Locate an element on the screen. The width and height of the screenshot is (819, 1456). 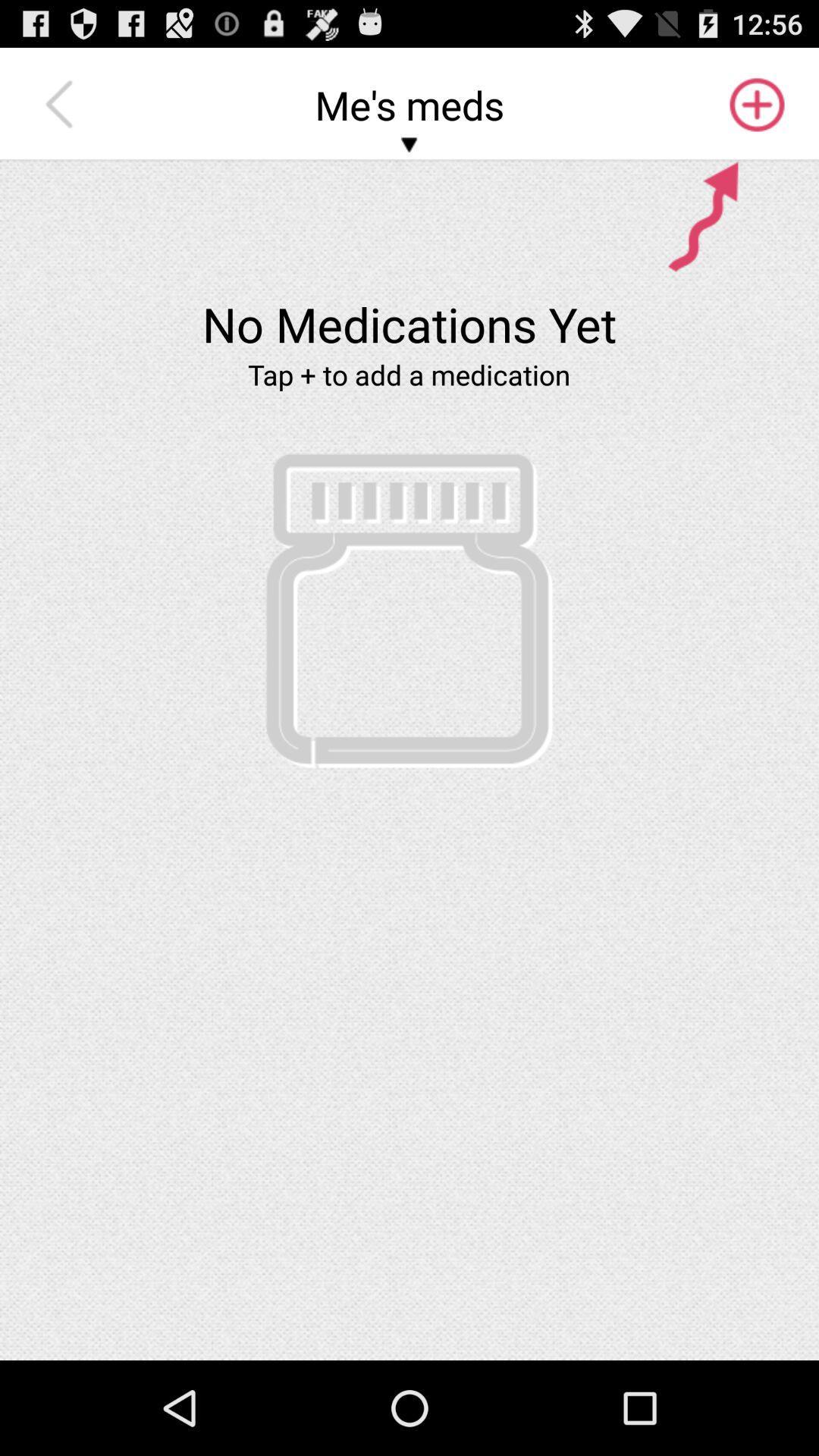
icon at the top left corner is located at coordinates (62, 104).